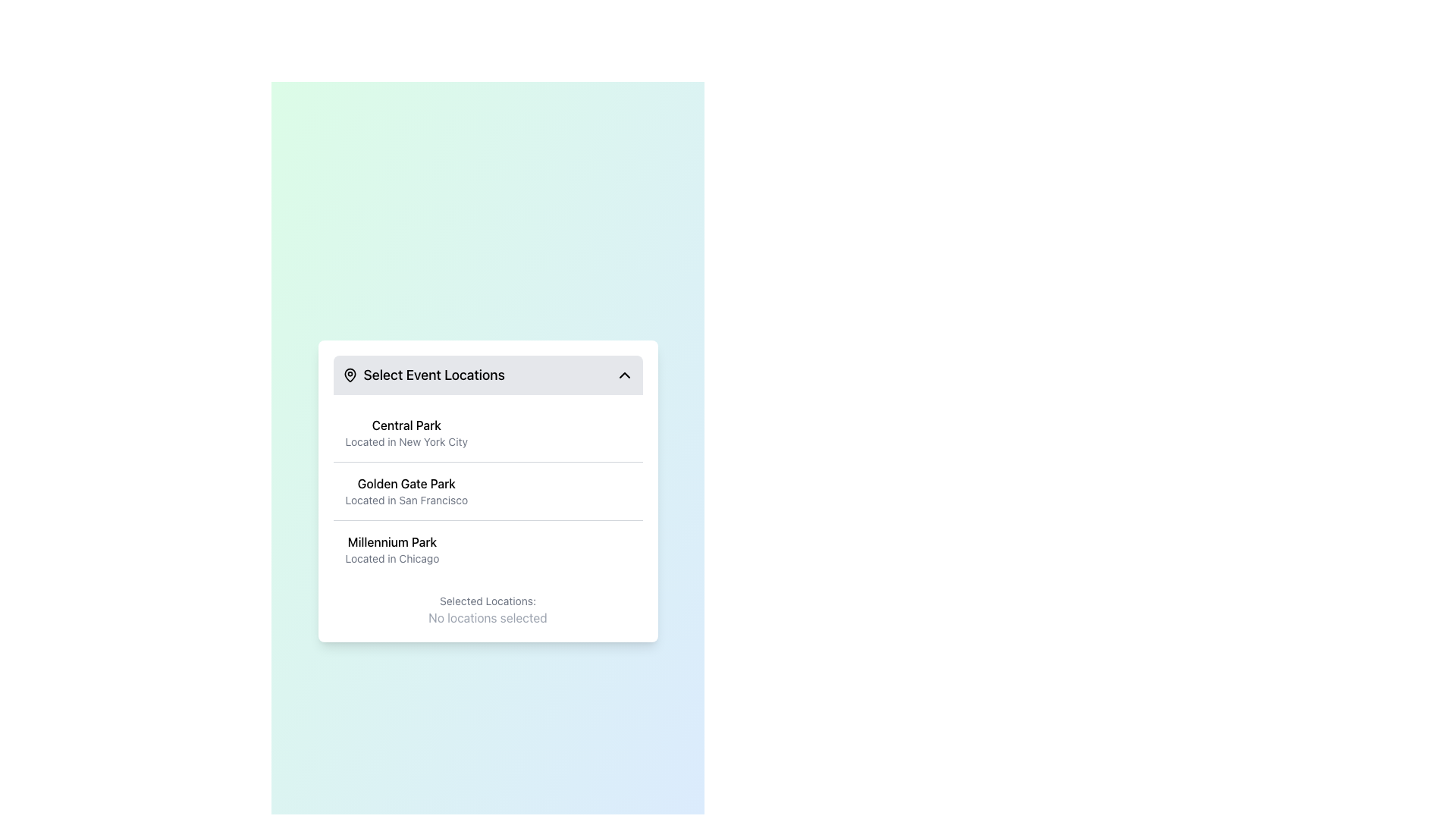  I want to click on the second list item labeled 'Golden Gate Park' within the 'Select Event Locations' section, so click(488, 491).